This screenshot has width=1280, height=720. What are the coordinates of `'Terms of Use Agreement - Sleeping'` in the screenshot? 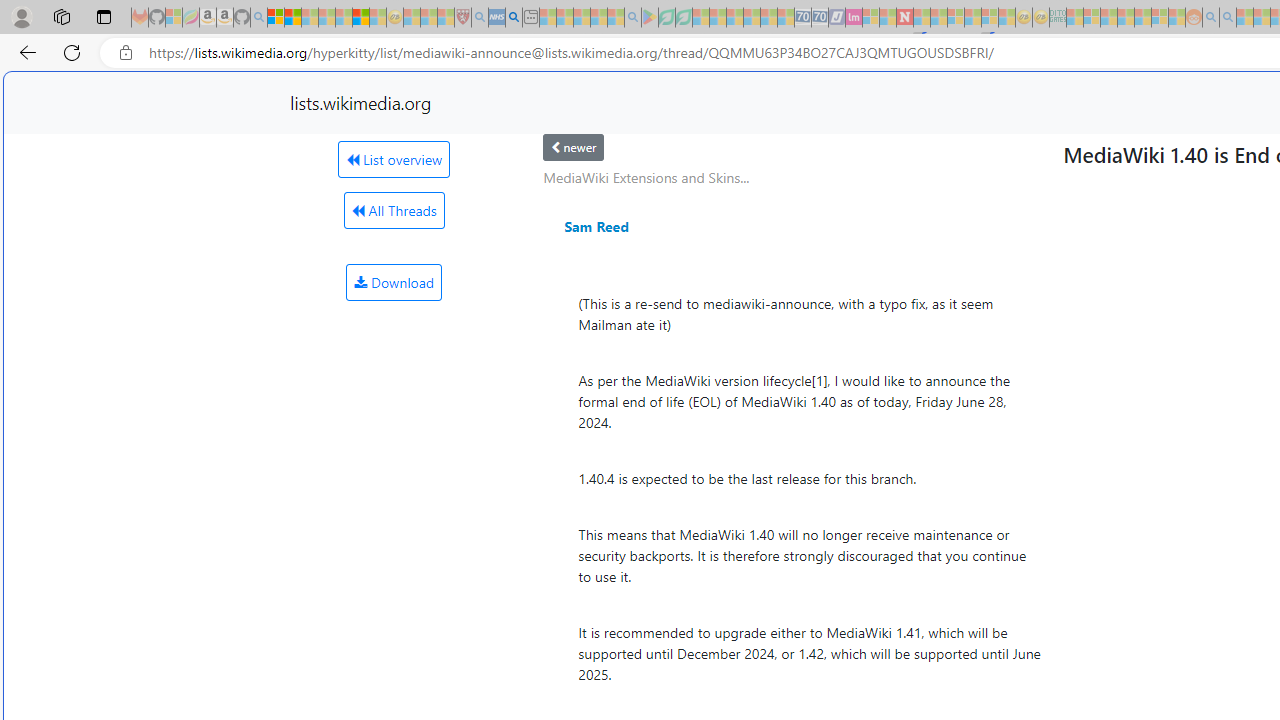 It's located at (666, 17).